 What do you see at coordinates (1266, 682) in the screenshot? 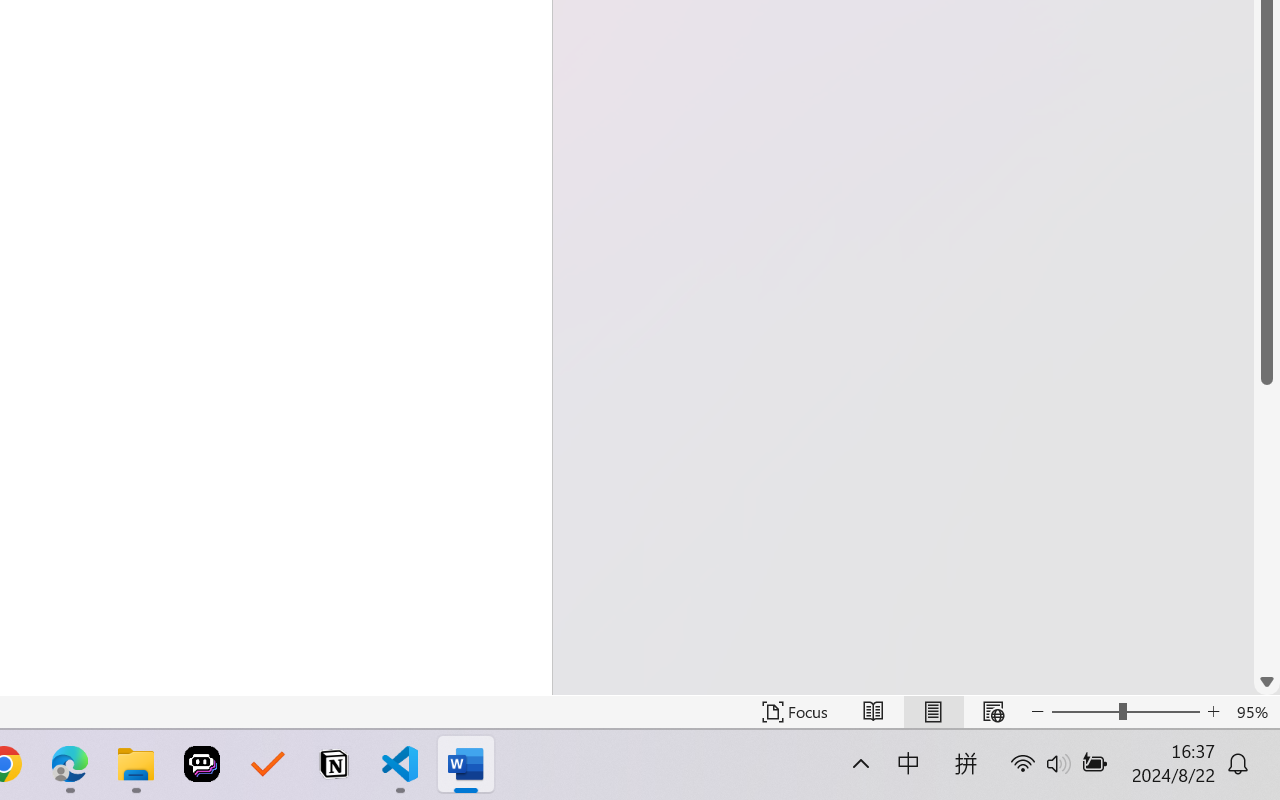
I see `'Line down'` at bounding box center [1266, 682].